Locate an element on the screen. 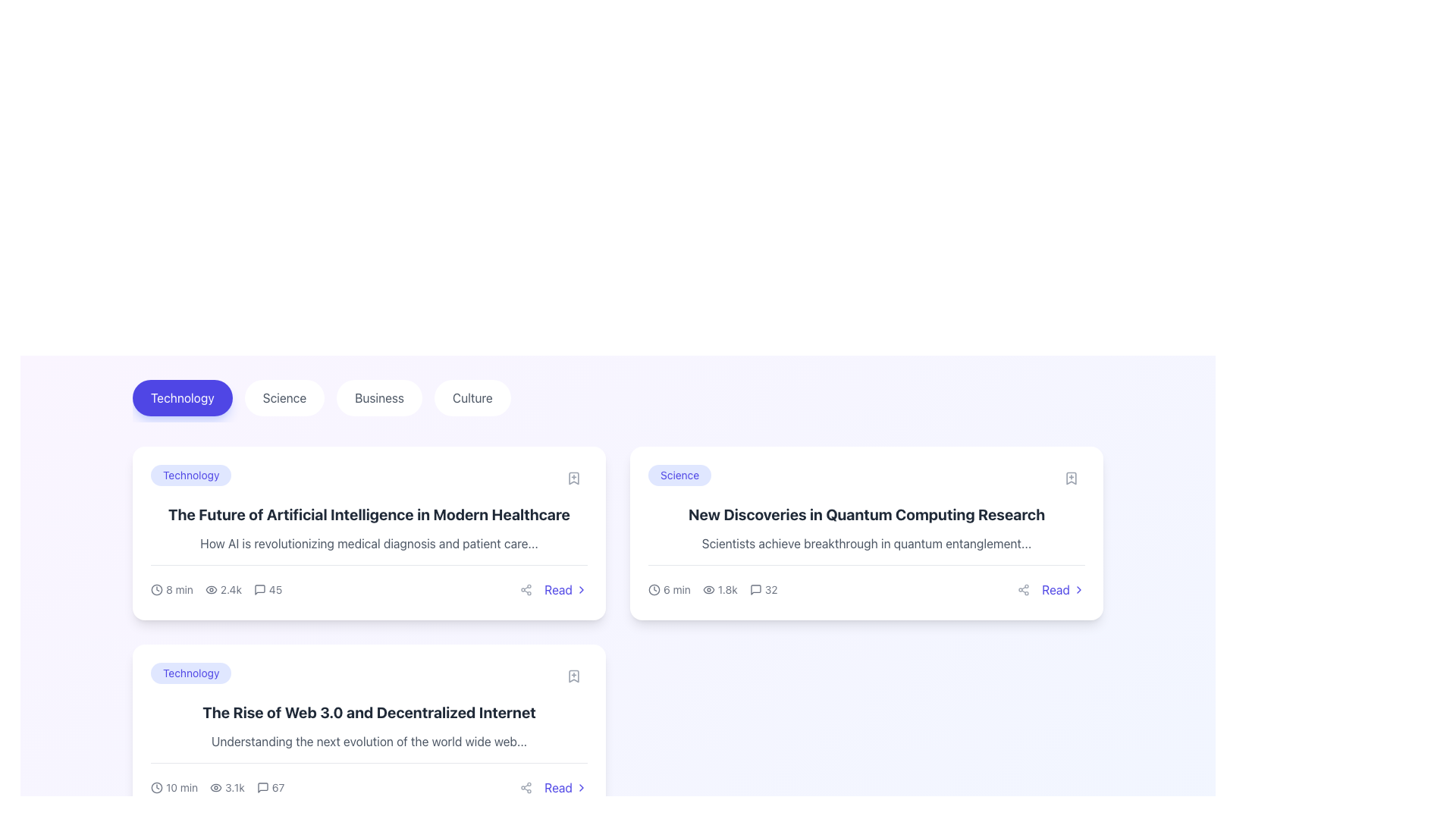 This screenshot has height=819, width=1456. the third button from the left in the horizontal row of category buttons is located at coordinates (379, 397).